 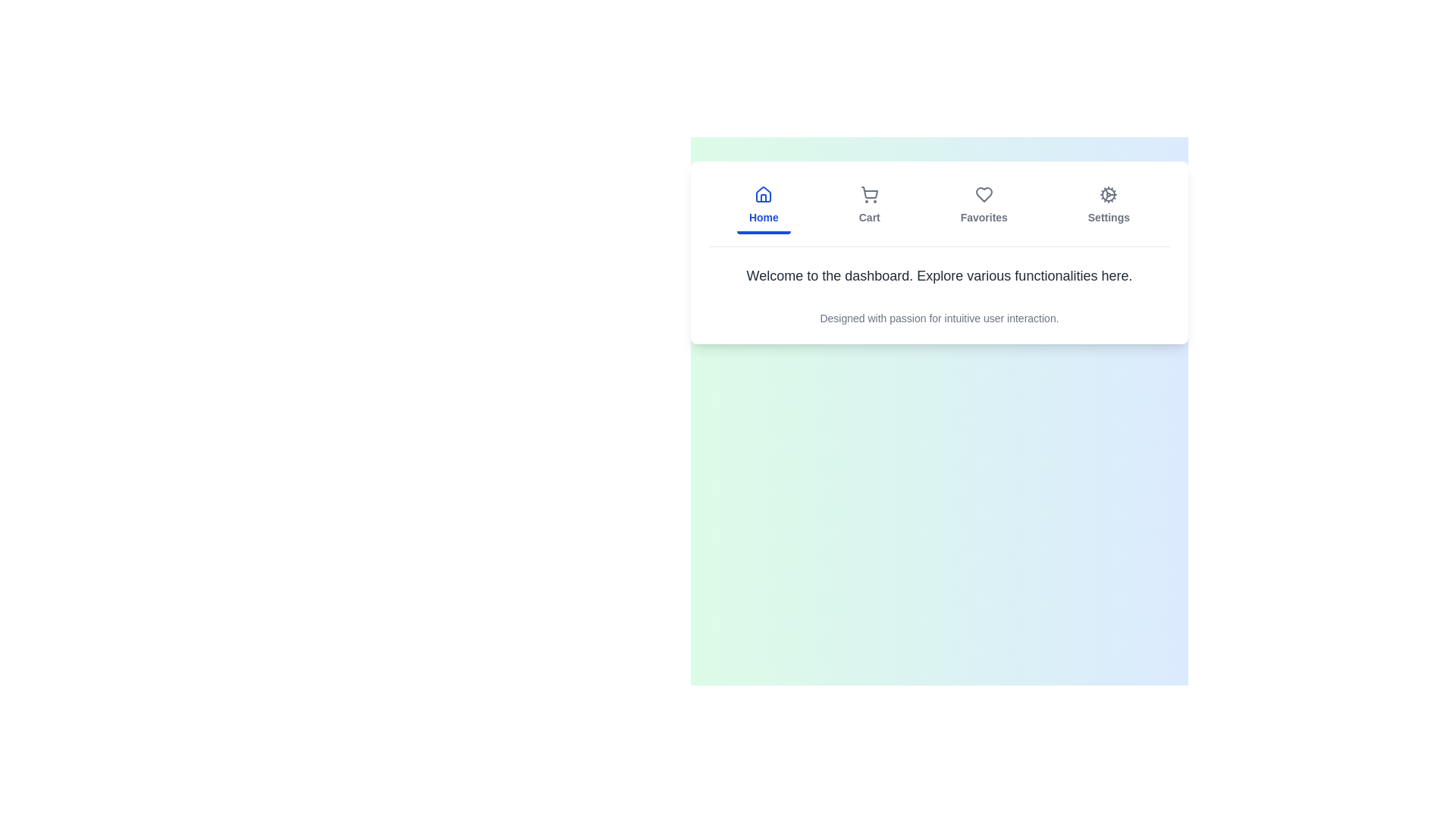 I want to click on the 'Favorites' icon located above the 'Favorites' text label in the navigation bar, so click(x=984, y=194).